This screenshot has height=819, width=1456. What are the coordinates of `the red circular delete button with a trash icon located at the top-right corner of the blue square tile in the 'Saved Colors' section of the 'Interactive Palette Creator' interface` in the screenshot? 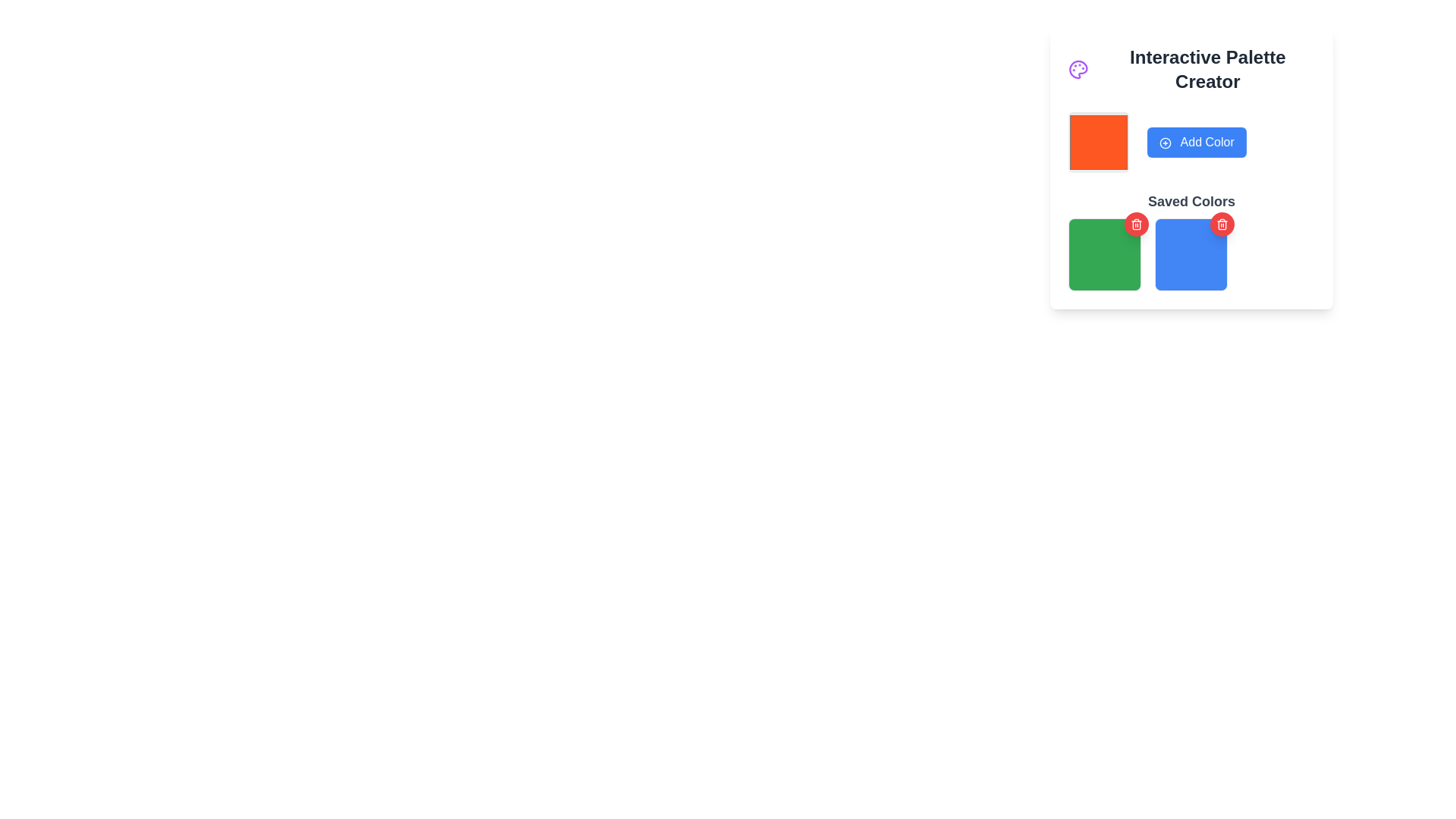 It's located at (1191, 253).